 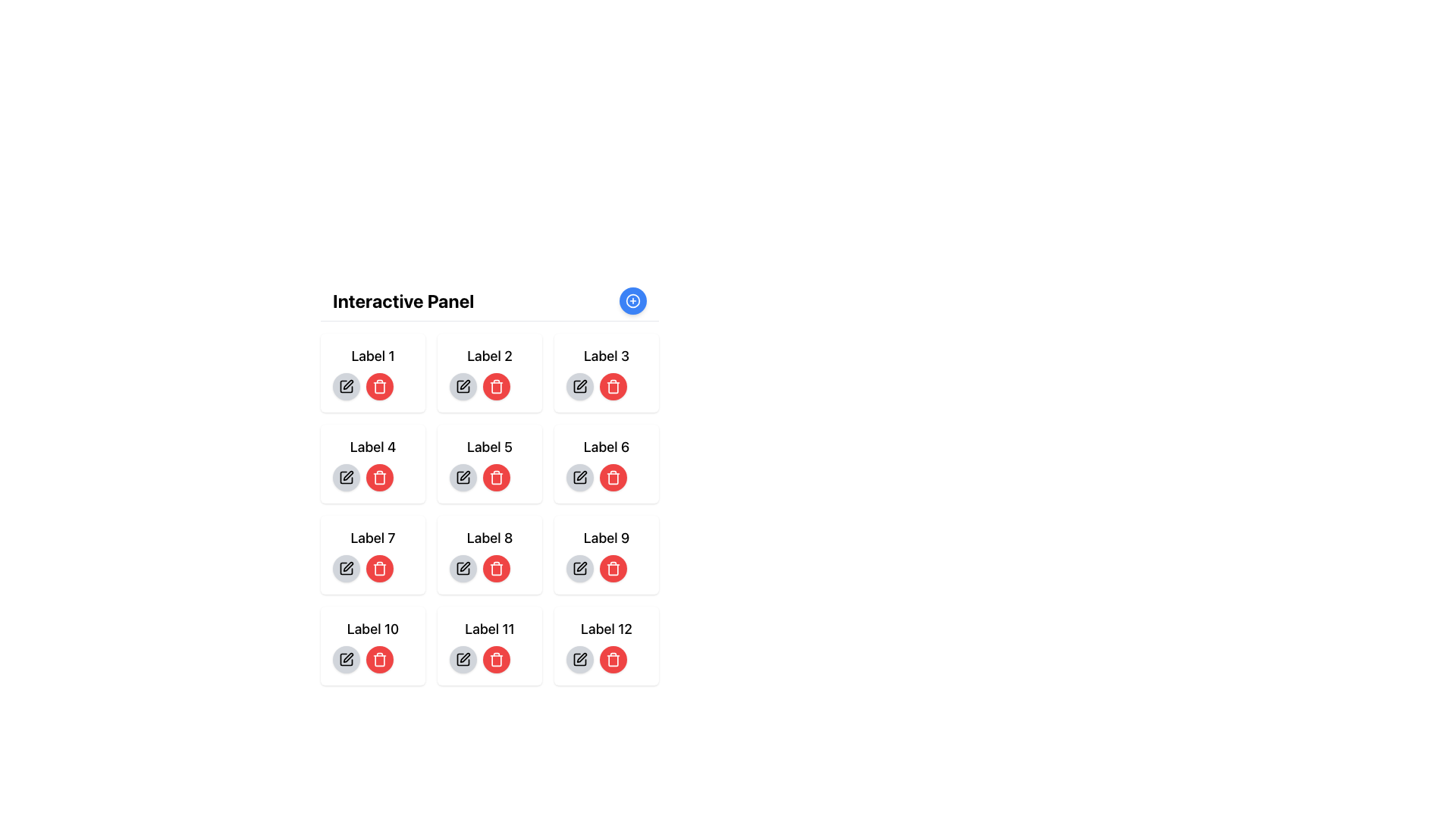 I want to click on the pen icon within the button group for 'Label 9' in the Interactive Panel to potentially see a tooltip or hover effect, so click(x=579, y=568).